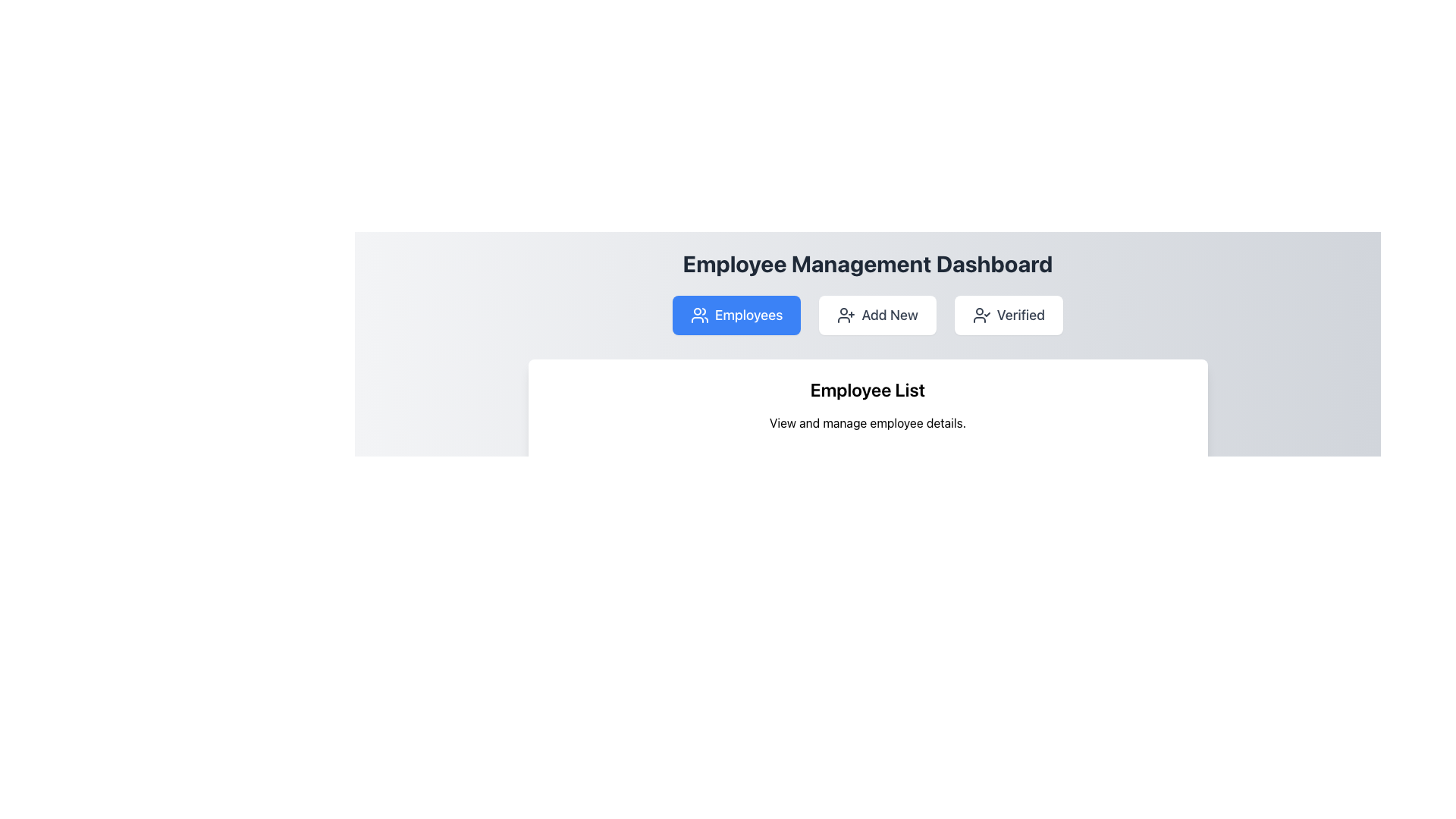  What do you see at coordinates (846, 315) in the screenshot?
I see `the user addition icon, which displays a user silhouette with a plus sign, located within the 'Add New' button in the top navigation bar` at bounding box center [846, 315].